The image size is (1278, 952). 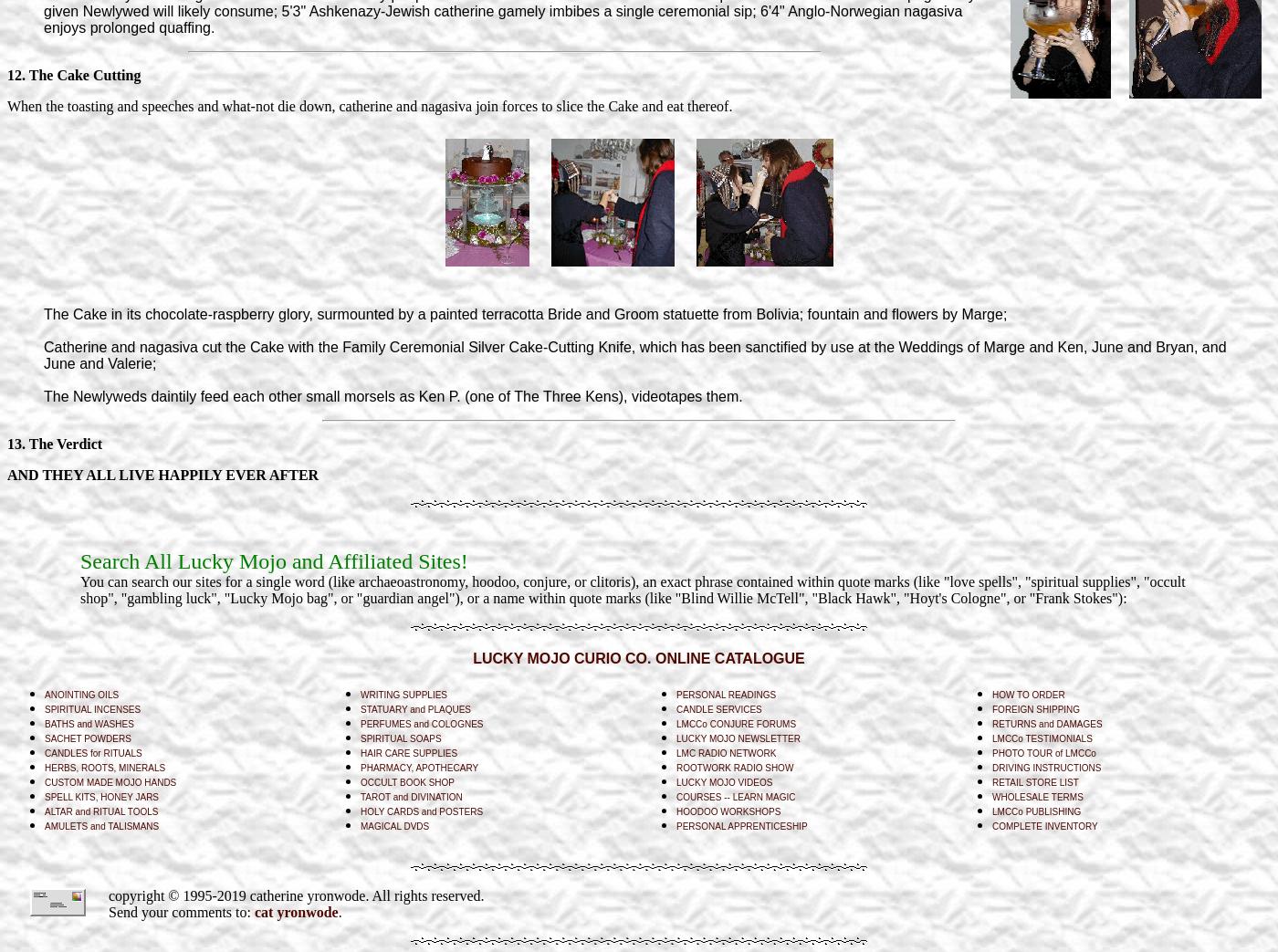 What do you see at coordinates (100, 796) in the screenshot?
I see `'SPELL KITS, HONEY JARS'` at bounding box center [100, 796].